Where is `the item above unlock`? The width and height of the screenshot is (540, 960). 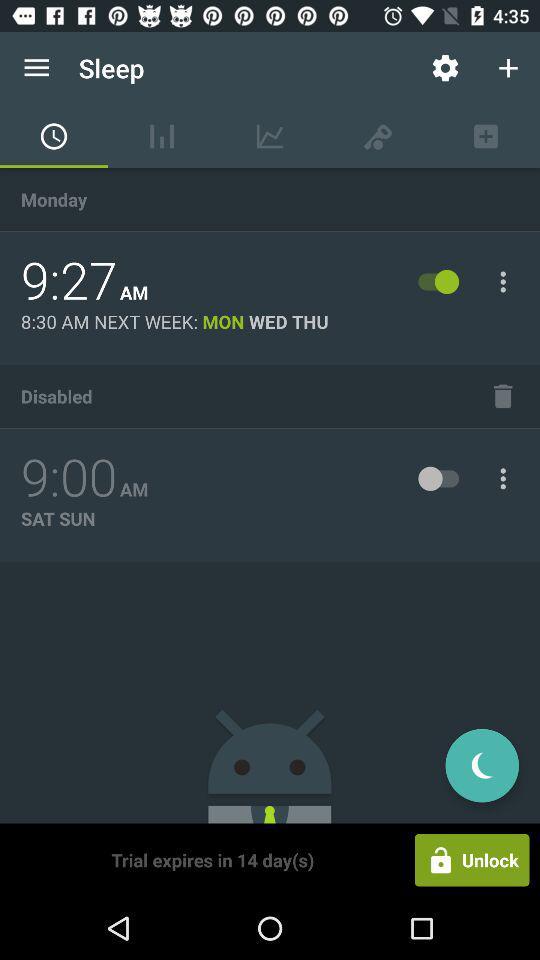
the item above unlock is located at coordinates (481, 764).